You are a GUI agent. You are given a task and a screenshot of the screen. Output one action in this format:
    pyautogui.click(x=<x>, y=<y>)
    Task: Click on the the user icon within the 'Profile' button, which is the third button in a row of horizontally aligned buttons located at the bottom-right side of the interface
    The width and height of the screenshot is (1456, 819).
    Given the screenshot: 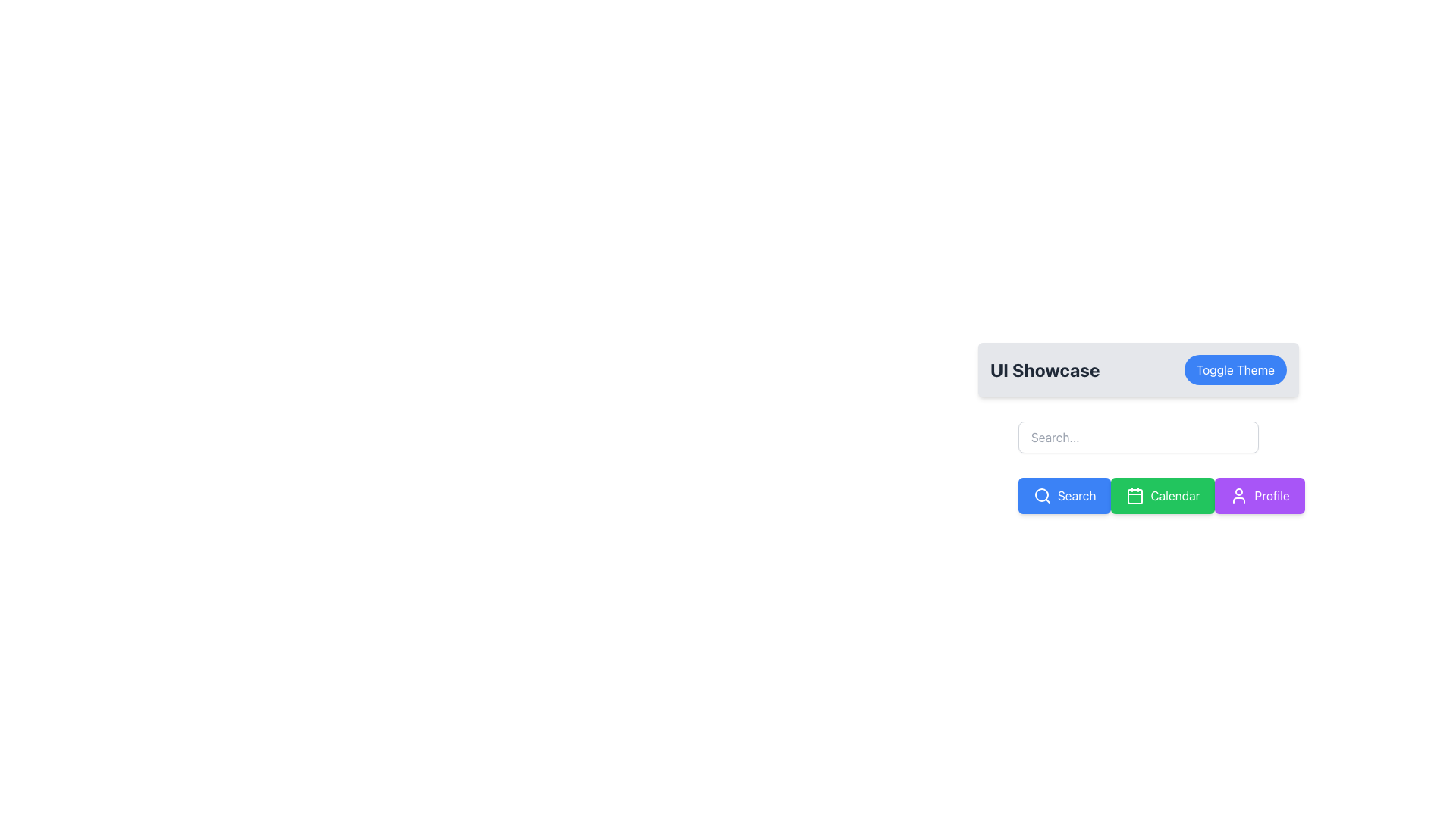 What is the action you would take?
    pyautogui.click(x=1239, y=496)
    